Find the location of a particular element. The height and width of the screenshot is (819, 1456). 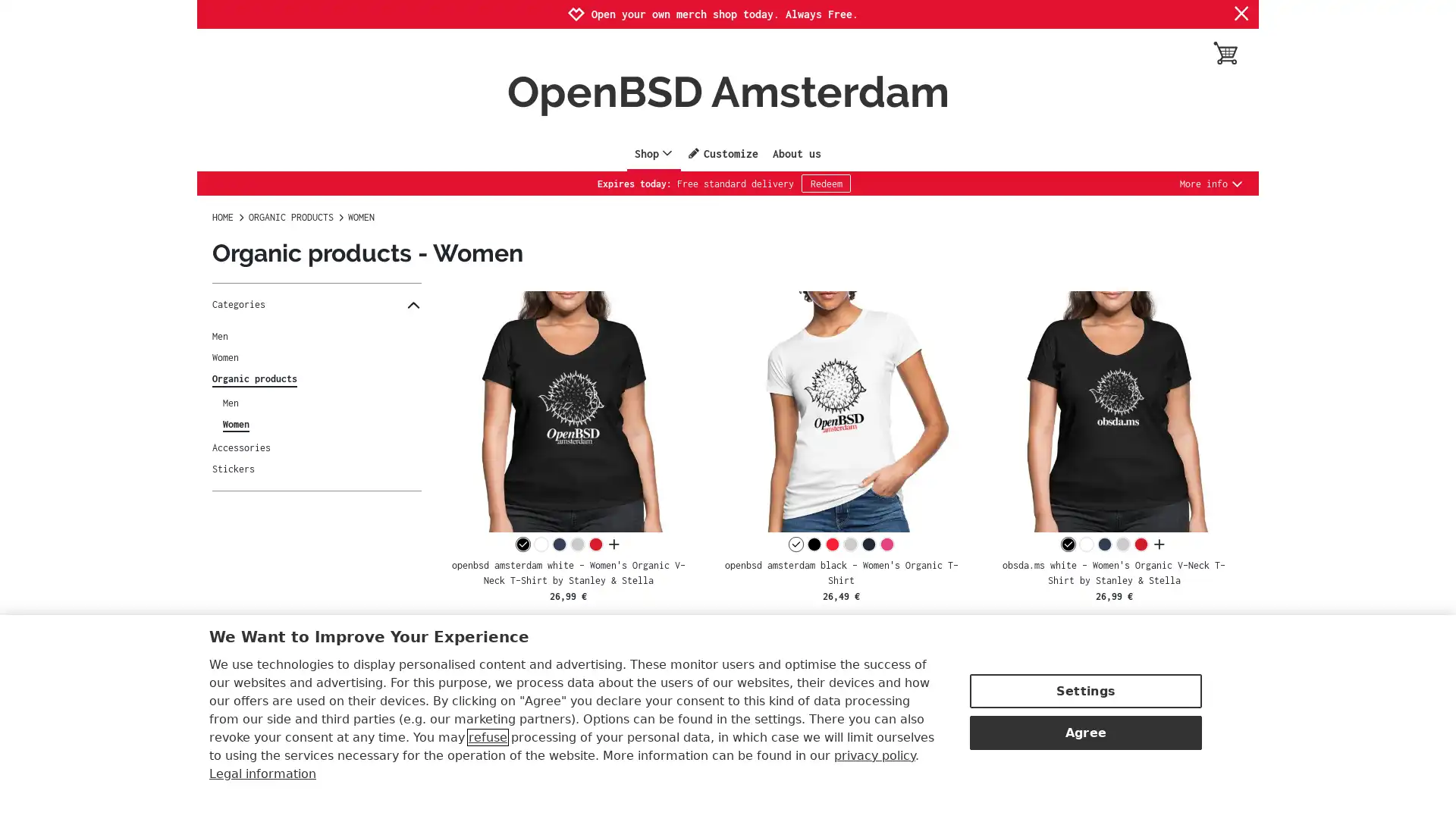

openbsd amsterdam black - Women's Organic T-Shirt is located at coordinates (839, 412).